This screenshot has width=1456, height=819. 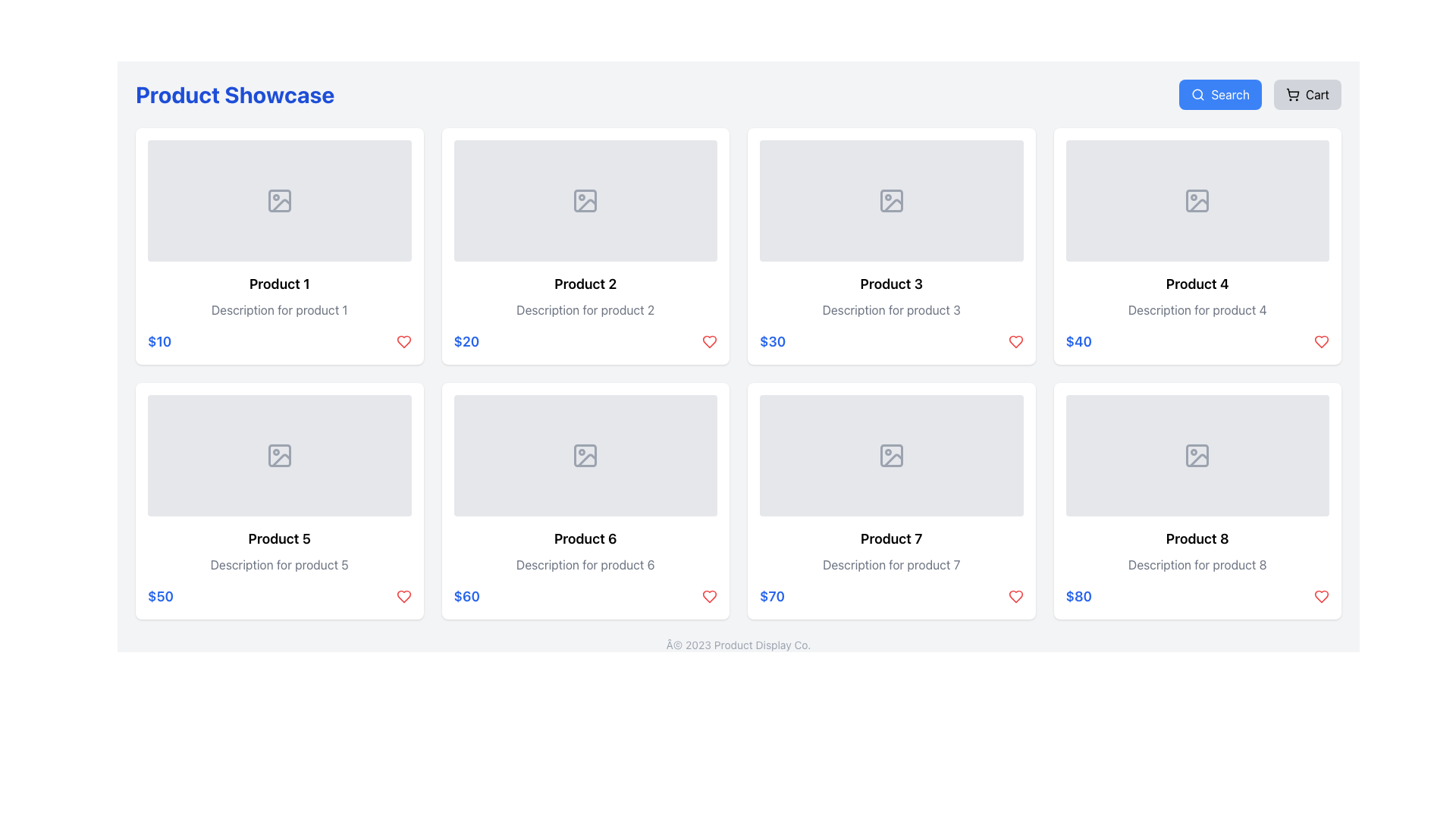 What do you see at coordinates (1197, 538) in the screenshot?
I see `text content of the bold 'Product 8' label located in the lower section of the card for 'Product 8'` at bounding box center [1197, 538].